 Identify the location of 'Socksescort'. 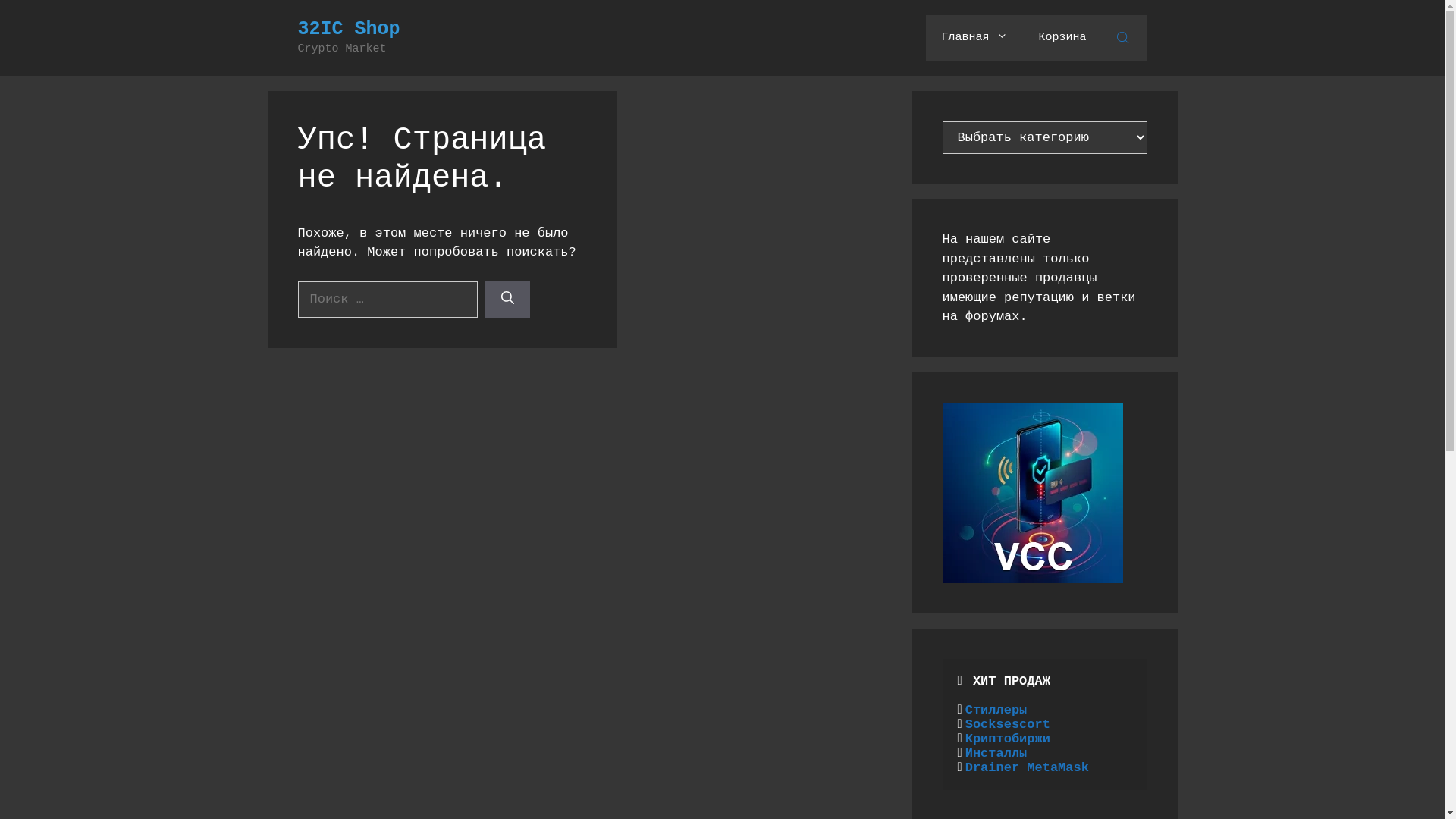
(964, 723).